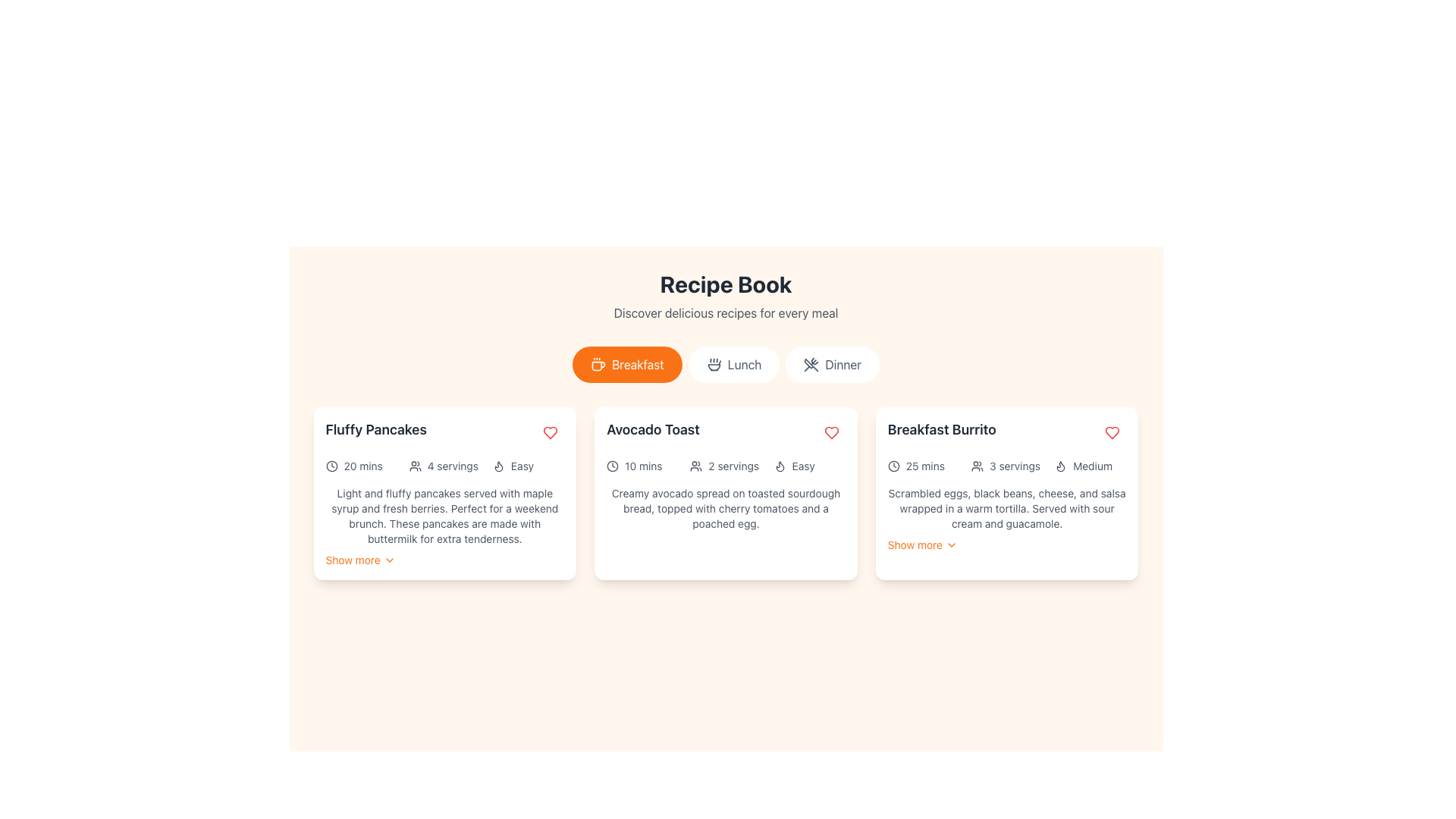 This screenshot has width=1456, height=819. Describe the element at coordinates (1015, 465) in the screenshot. I see `the '3 servings' text label, which is styled in a small gray font and located within the 'Breakfast Burrito' card, positioned between a user icon and the difficulty indicator 'Medium'` at that location.